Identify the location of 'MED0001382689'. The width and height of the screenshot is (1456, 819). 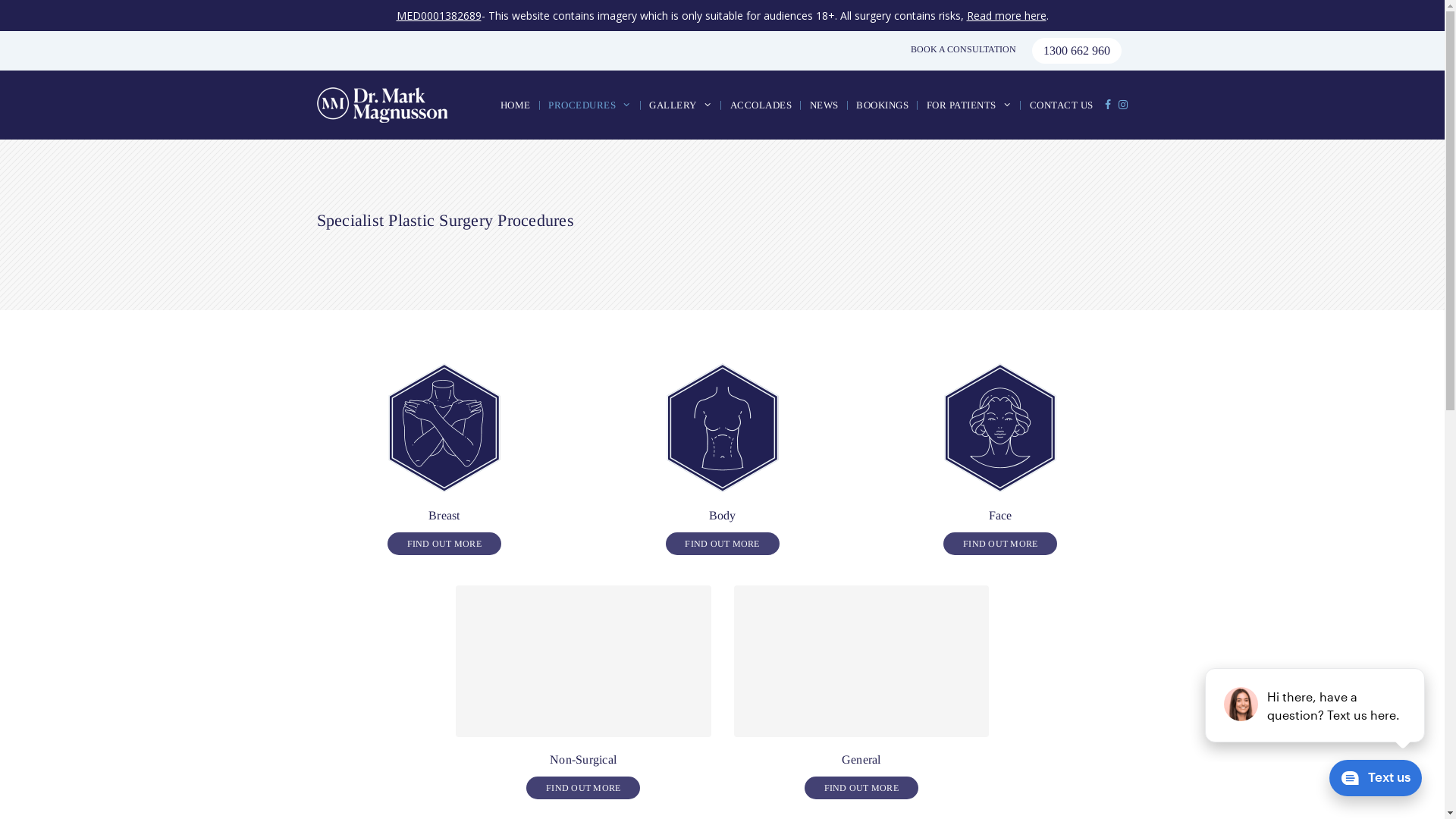
(437, 15).